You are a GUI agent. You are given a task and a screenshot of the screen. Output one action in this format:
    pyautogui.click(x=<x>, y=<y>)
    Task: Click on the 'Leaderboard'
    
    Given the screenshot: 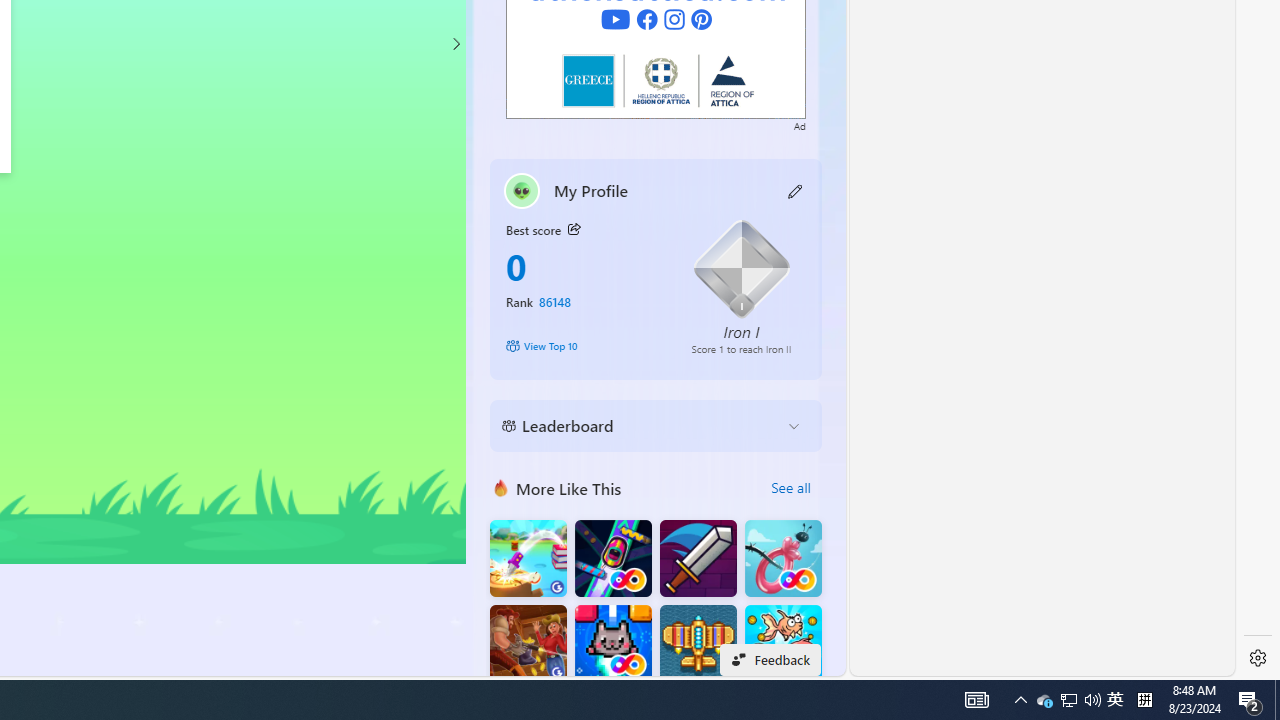 What is the action you would take?
    pyautogui.click(x=640, y=424)
    